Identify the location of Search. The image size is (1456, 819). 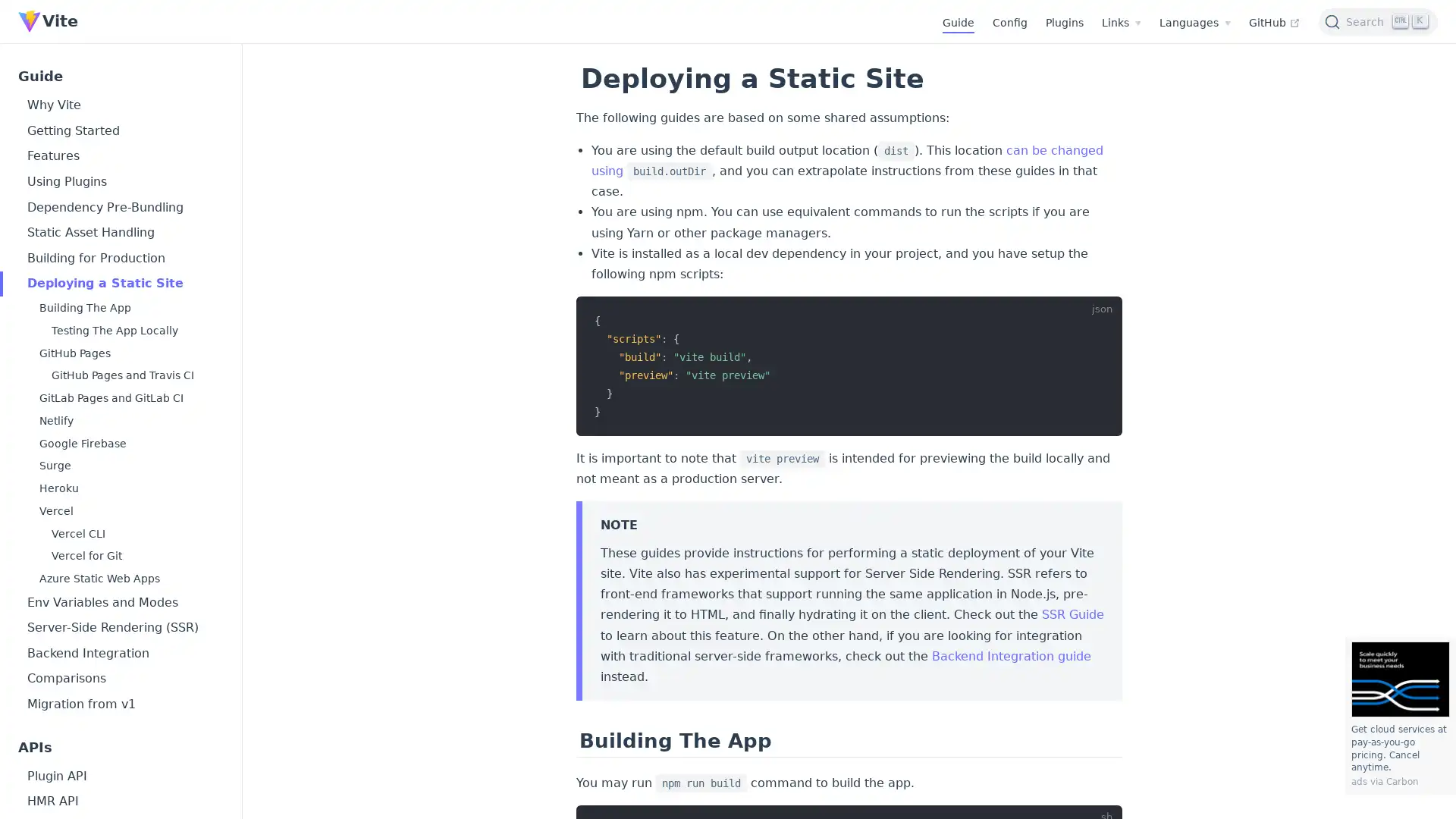
(1378, 20).